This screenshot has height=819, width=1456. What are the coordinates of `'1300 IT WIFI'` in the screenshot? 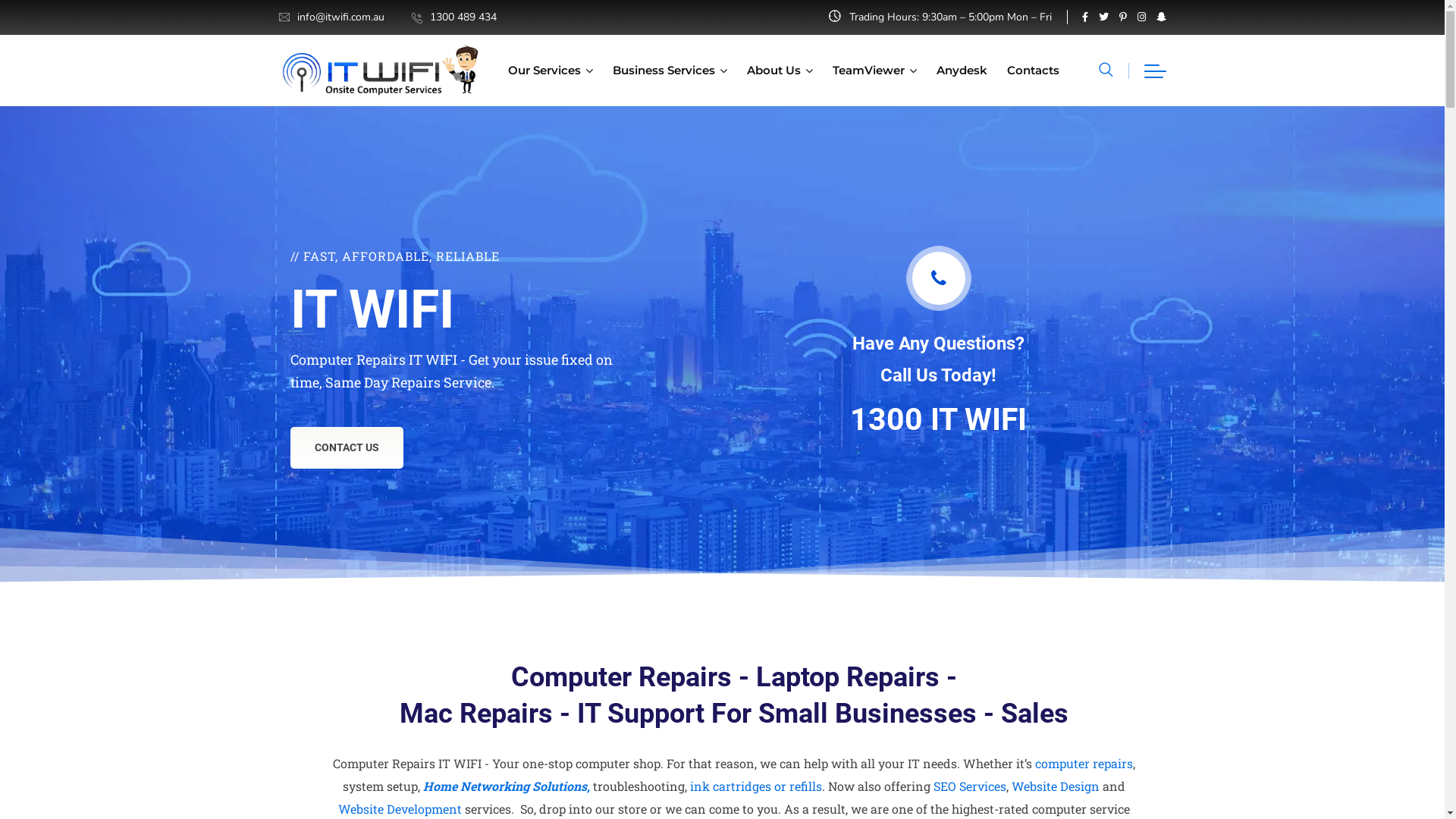 It's located at (850, 419).